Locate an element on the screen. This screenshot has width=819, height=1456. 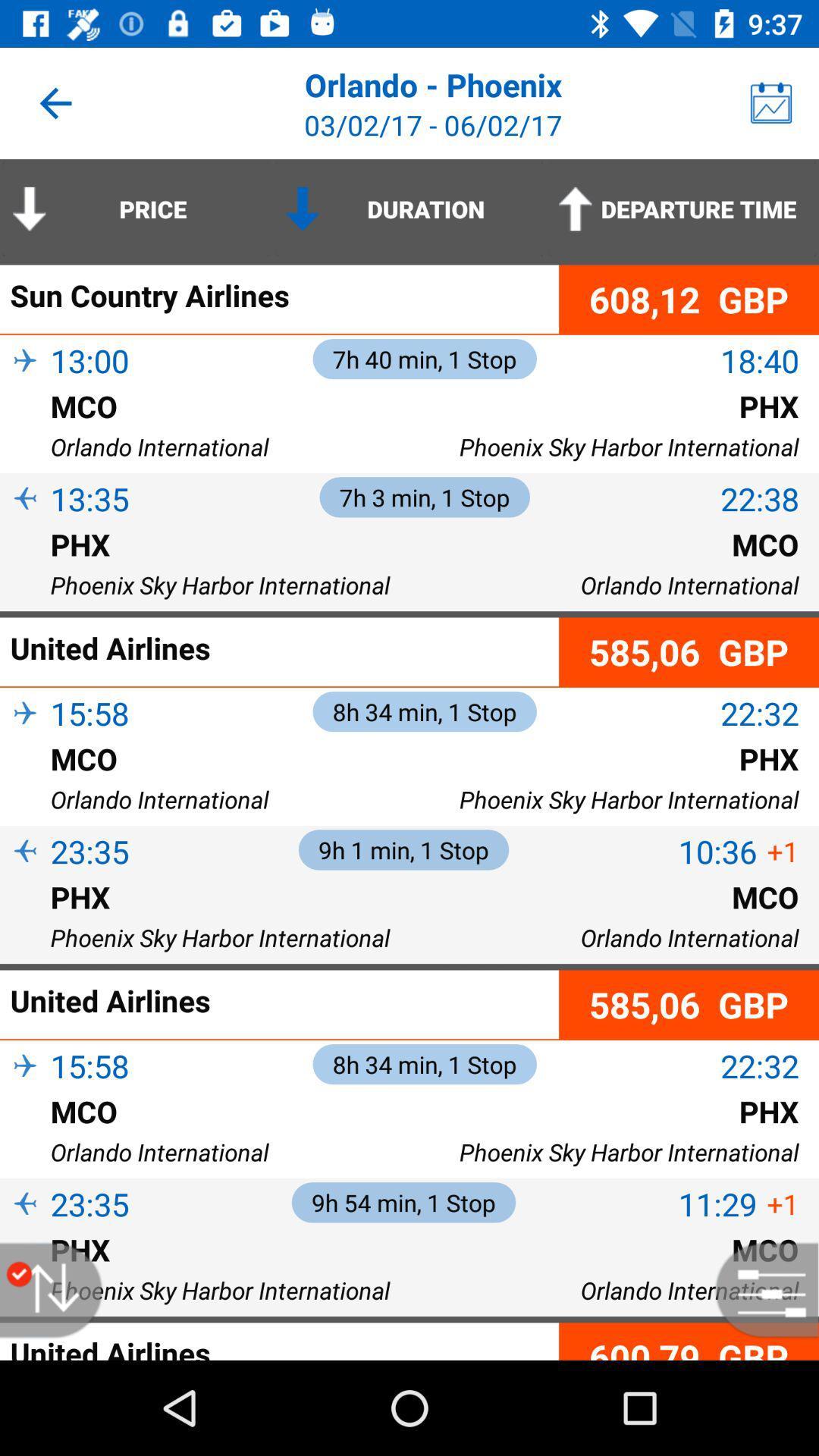
item below 13:35 is located at coordinates (25, 524).